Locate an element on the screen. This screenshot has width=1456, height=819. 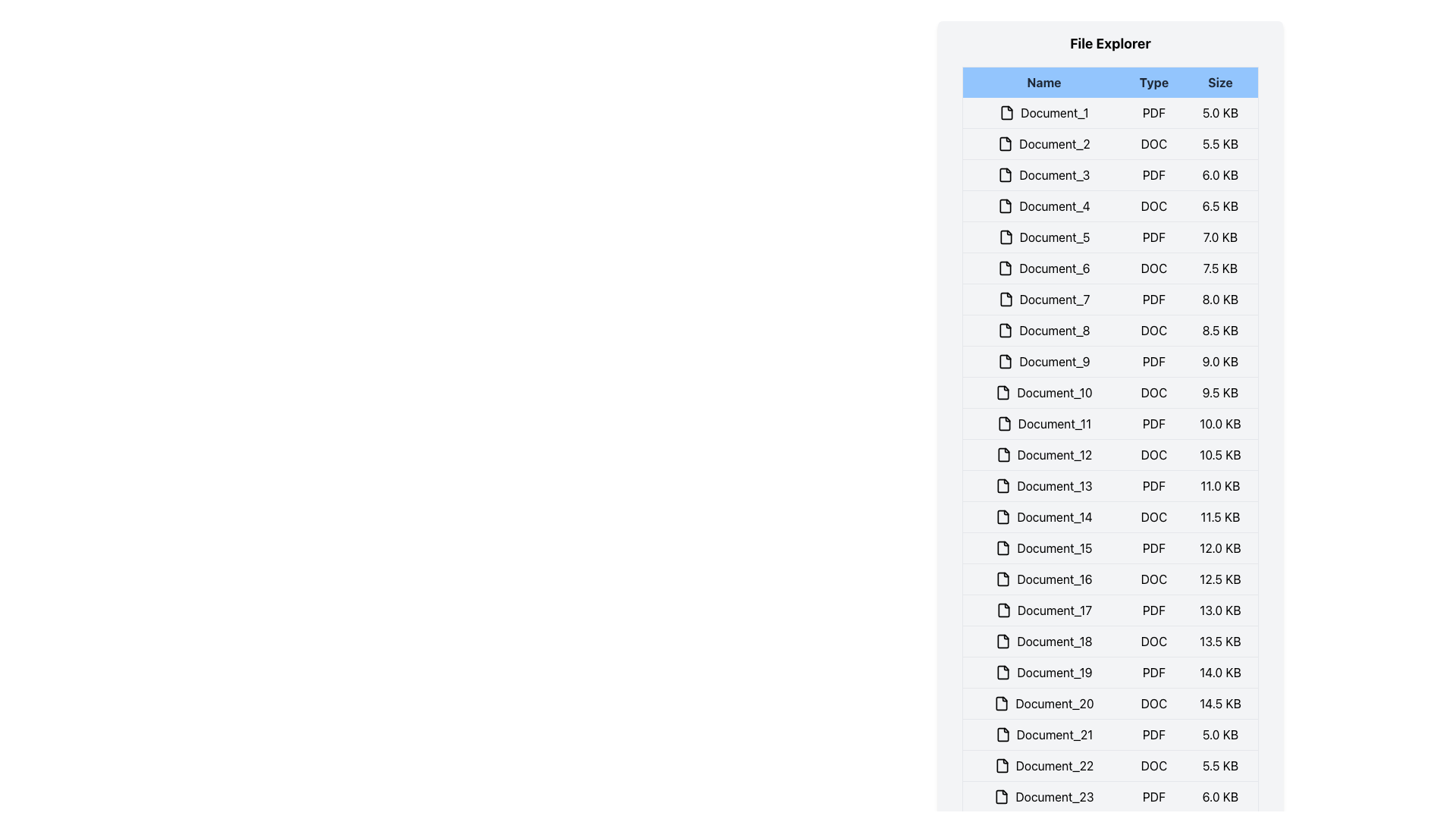
the text label displaying the file name 'Document_7' in the file explorer interface, located in the leftmost section of its row is located at coordinates (1043, 299).